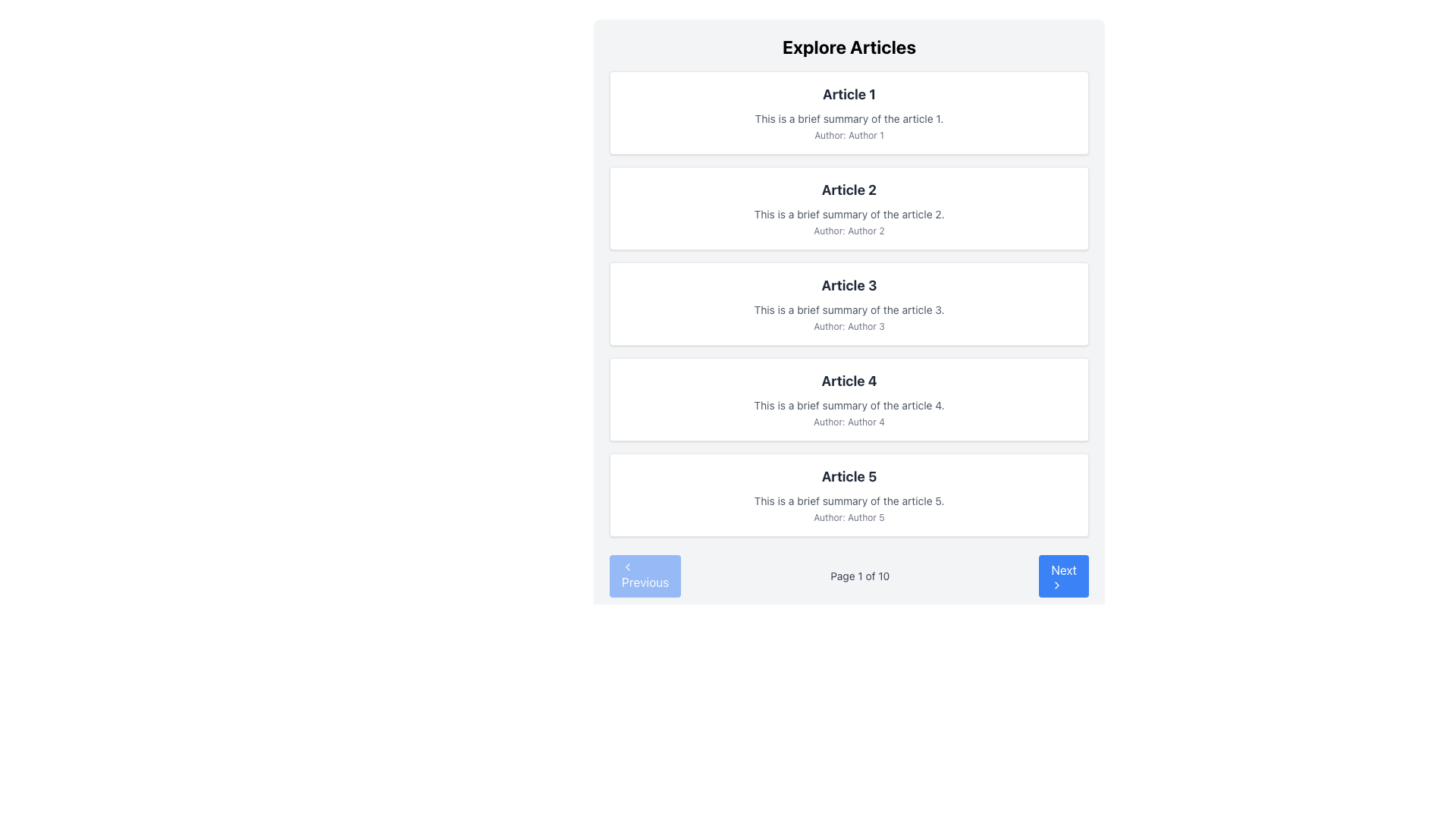 The width and height of the screenshot is (1456, 819). I want to click on the text label 'Article 5', which is bold, large, and dark gray, located at the top of the fifth card in a vertical list of article components, so click(848, 475).